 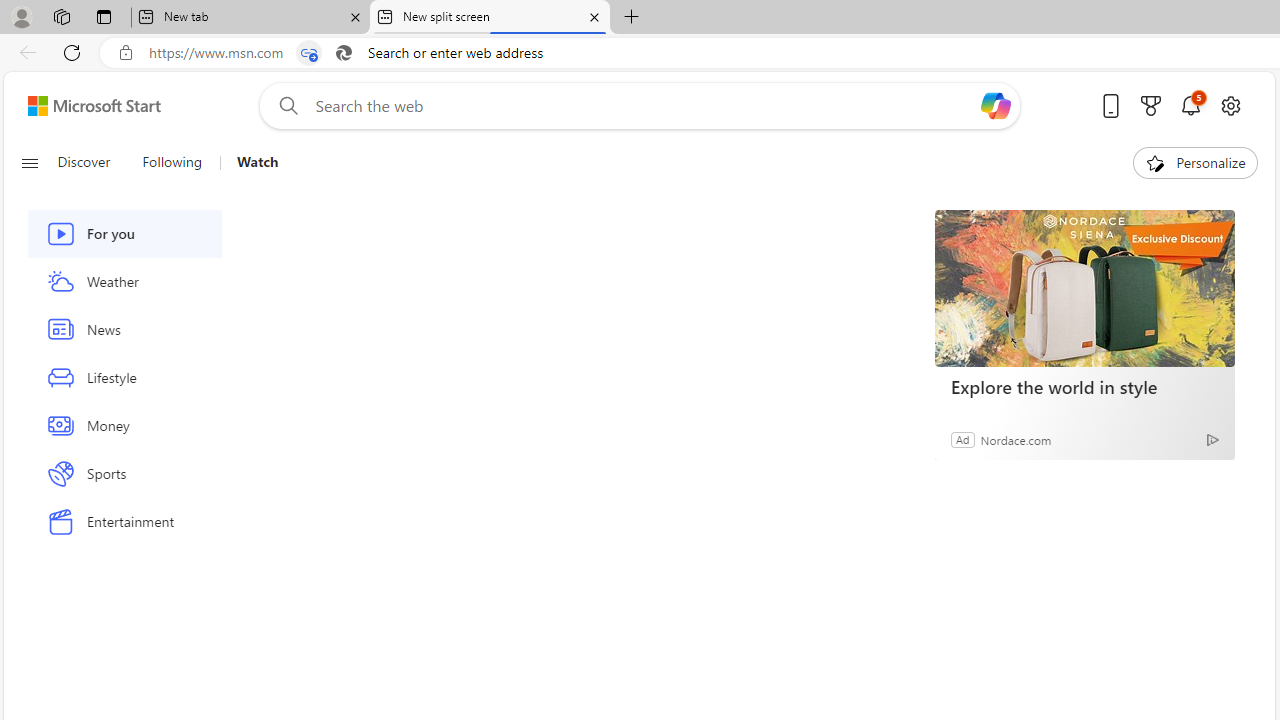 I want to click on 'Tabs in split screen', so click(x=308, y=52).